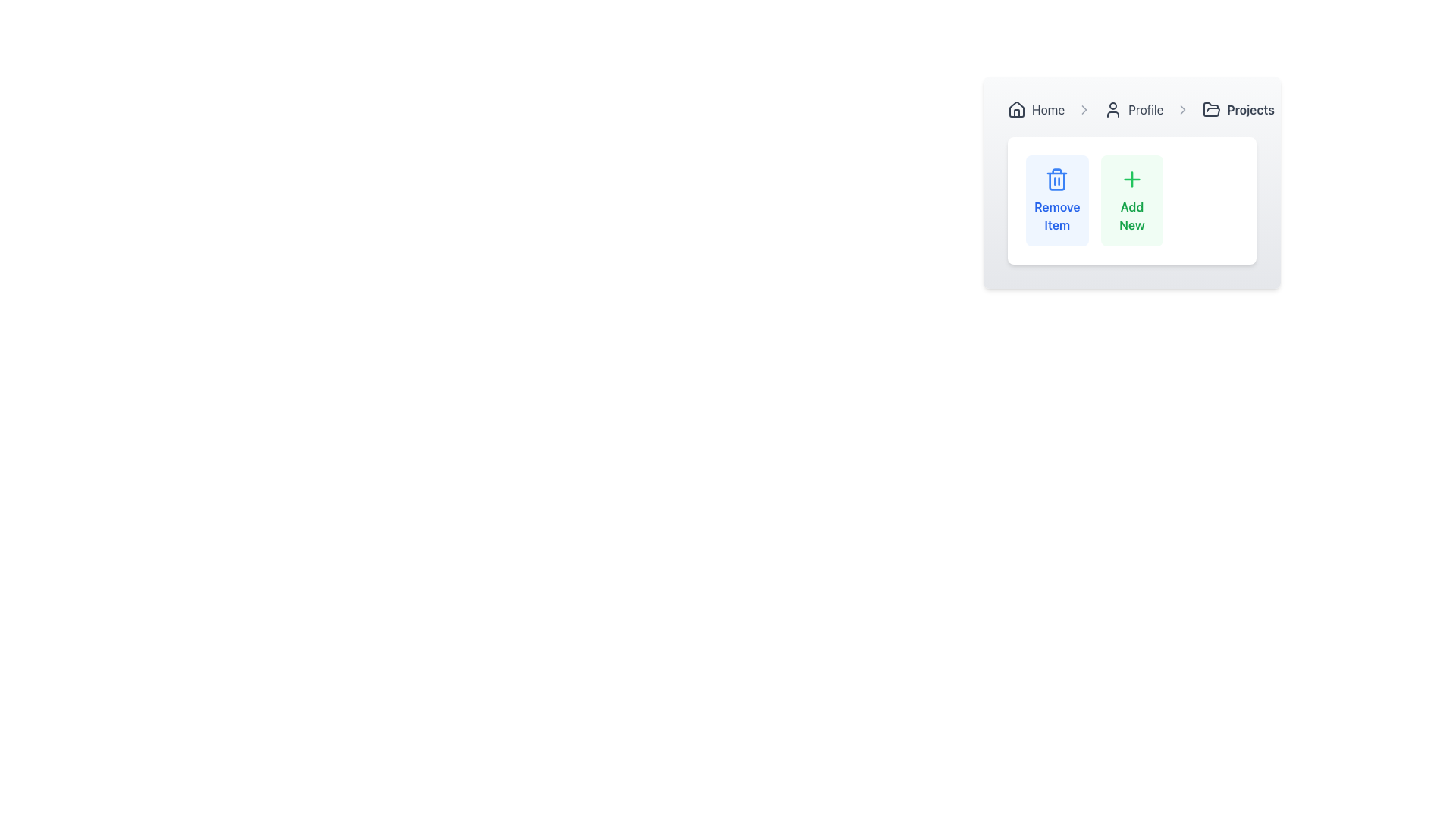 This screenshot has width=1456, height=819. Describe the element at coordinates (1131, 216) in the screenshot. I see `the 'Add New' button, which is a text label in bold green font on a light green rounded rectangular background` at that location.